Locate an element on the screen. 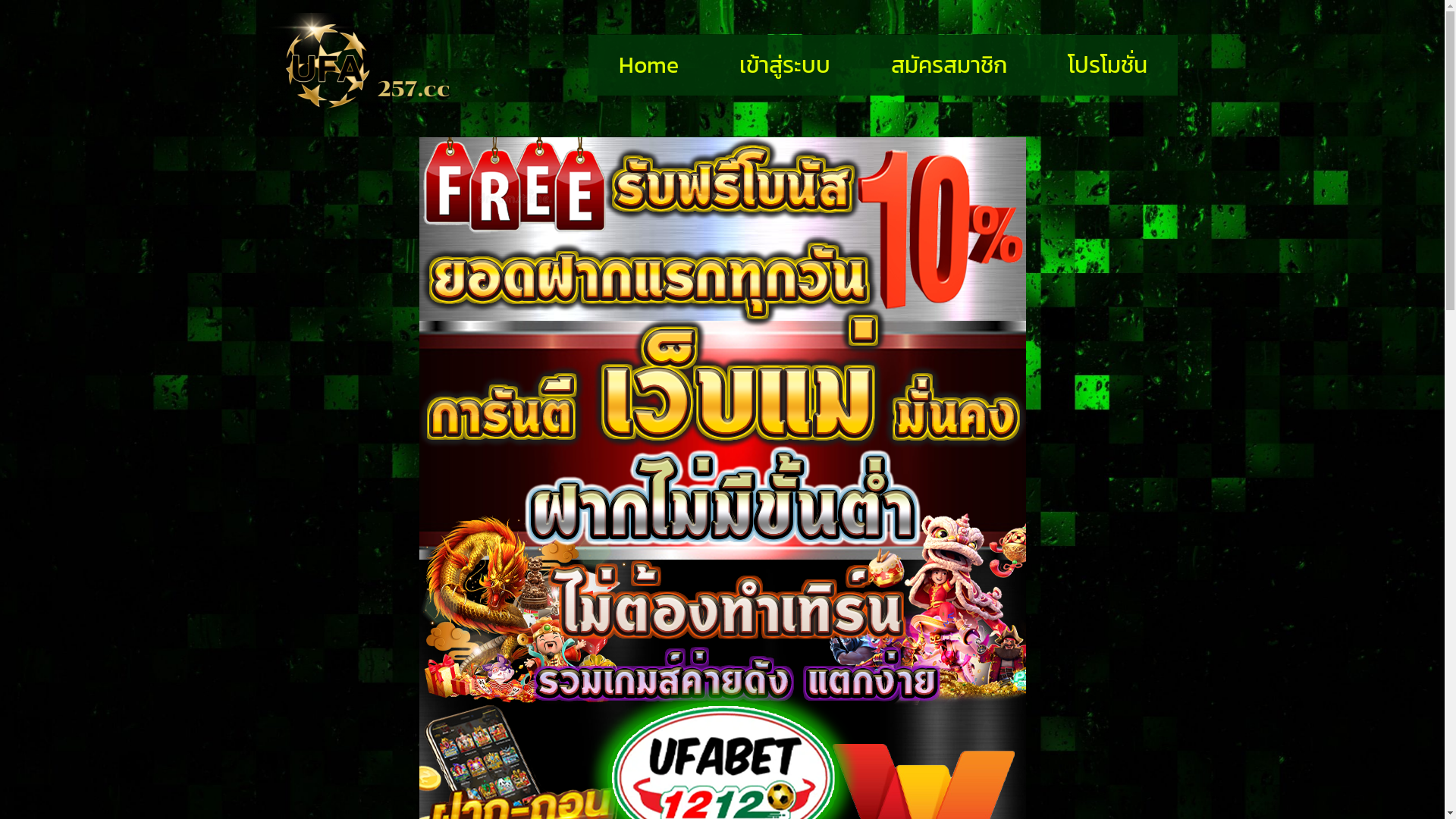  'Home' is located at coordinates (648, 64).